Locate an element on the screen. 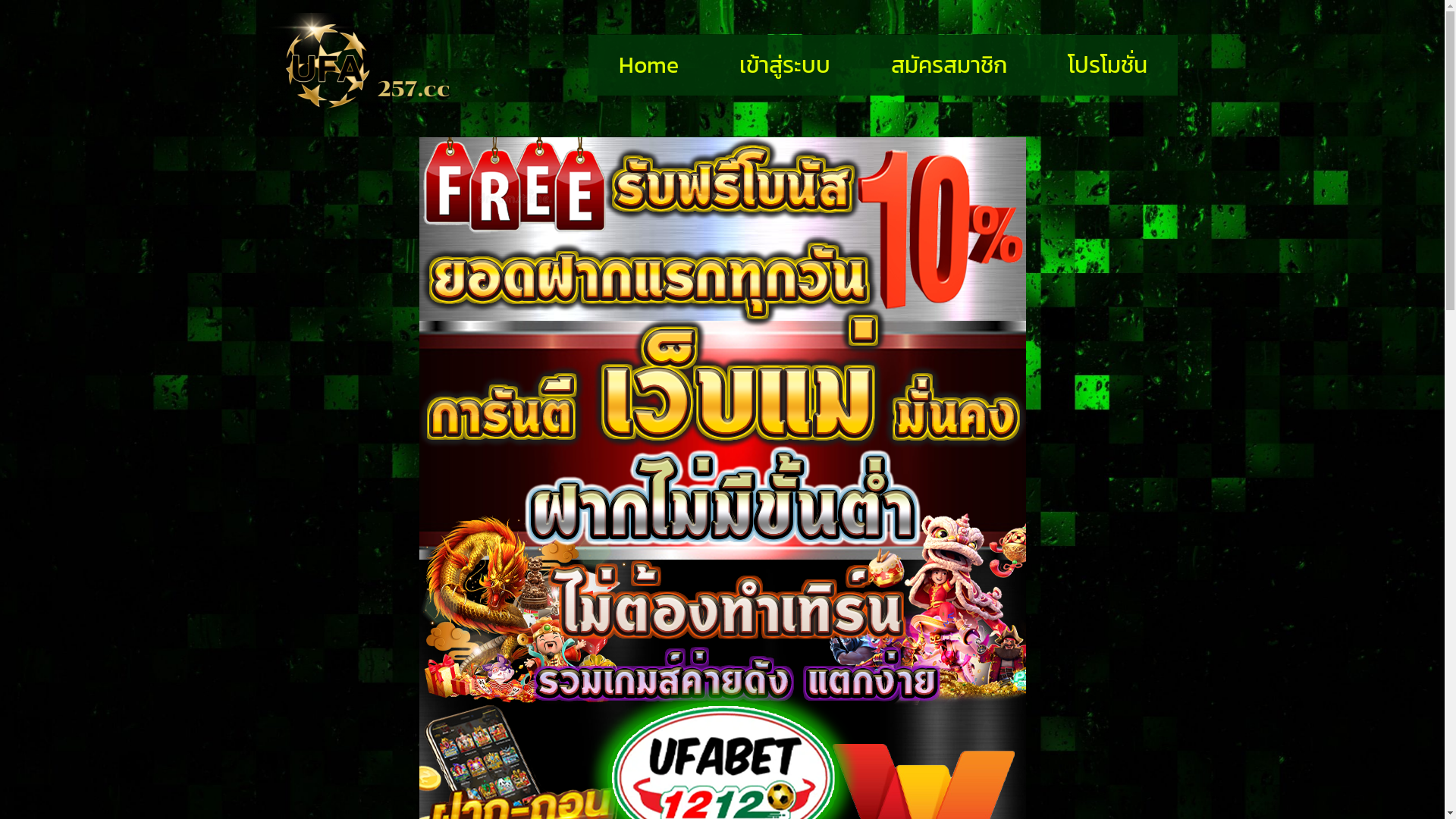  'Home' is located at coordinates (648, 64).